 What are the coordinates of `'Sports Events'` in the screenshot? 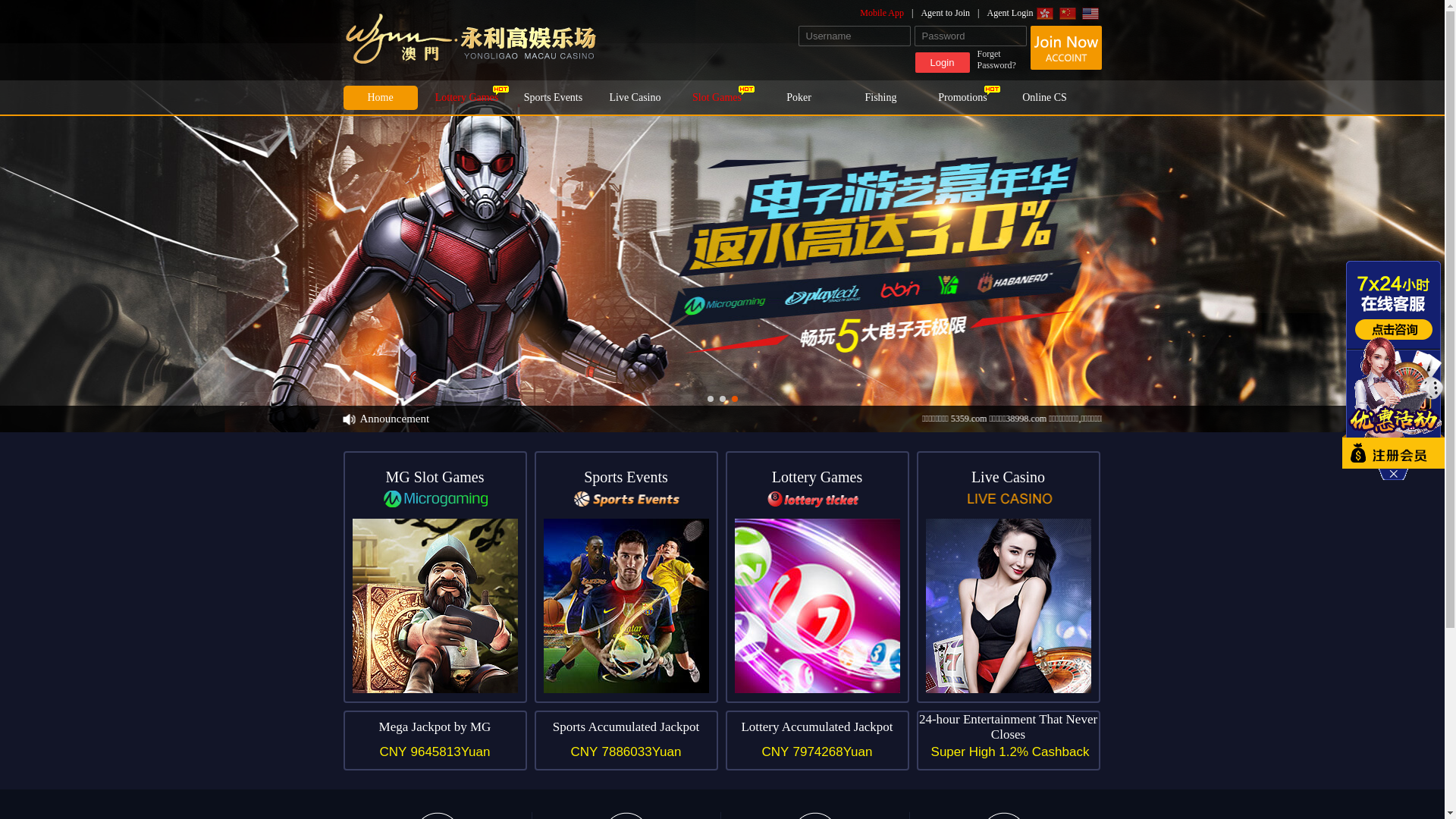 It's located at (552, 97).